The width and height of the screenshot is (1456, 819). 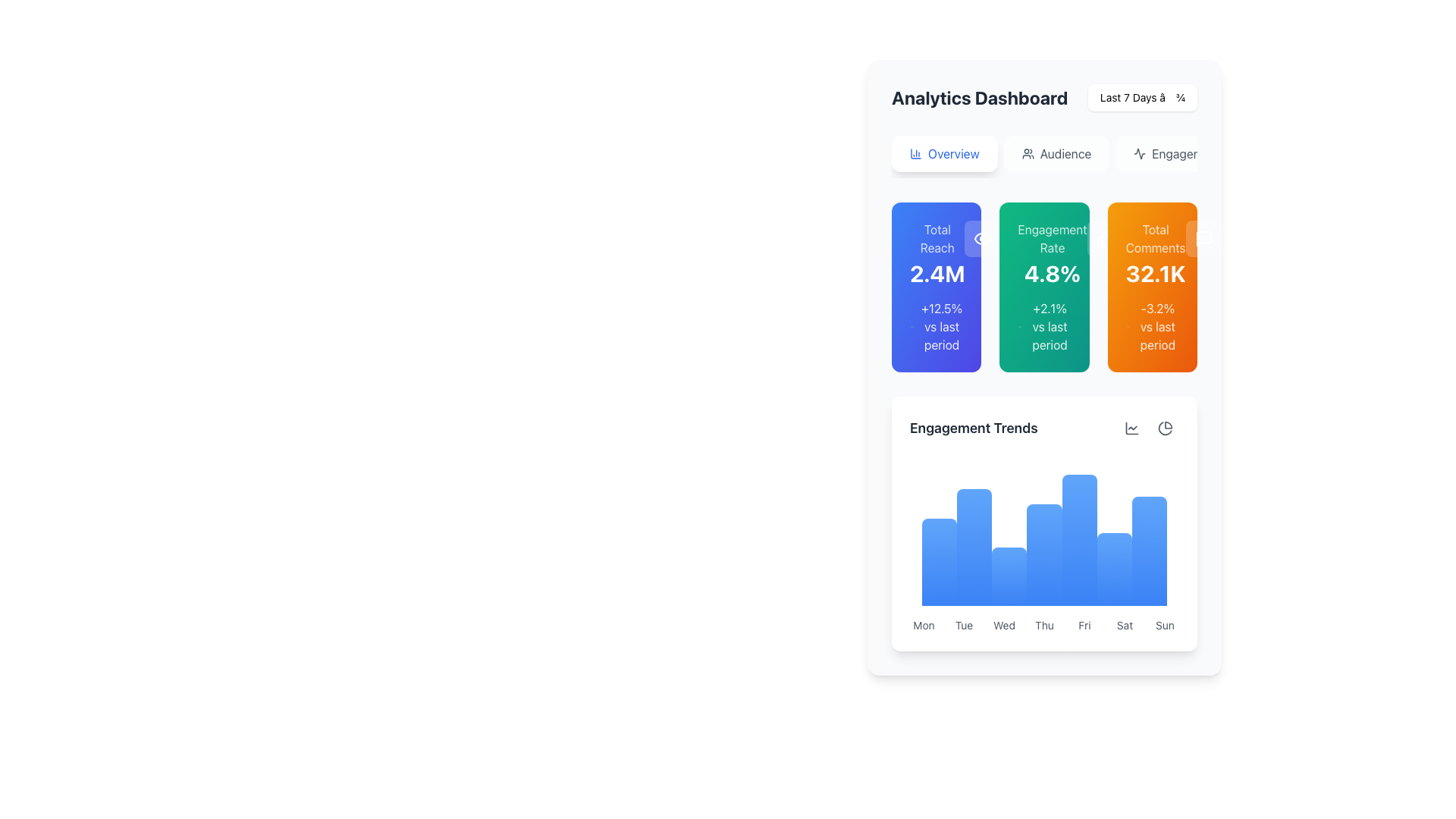 I want to click on the icon button resembling a line chart, styled with a light gray outline, so click(x=1131, y=428).